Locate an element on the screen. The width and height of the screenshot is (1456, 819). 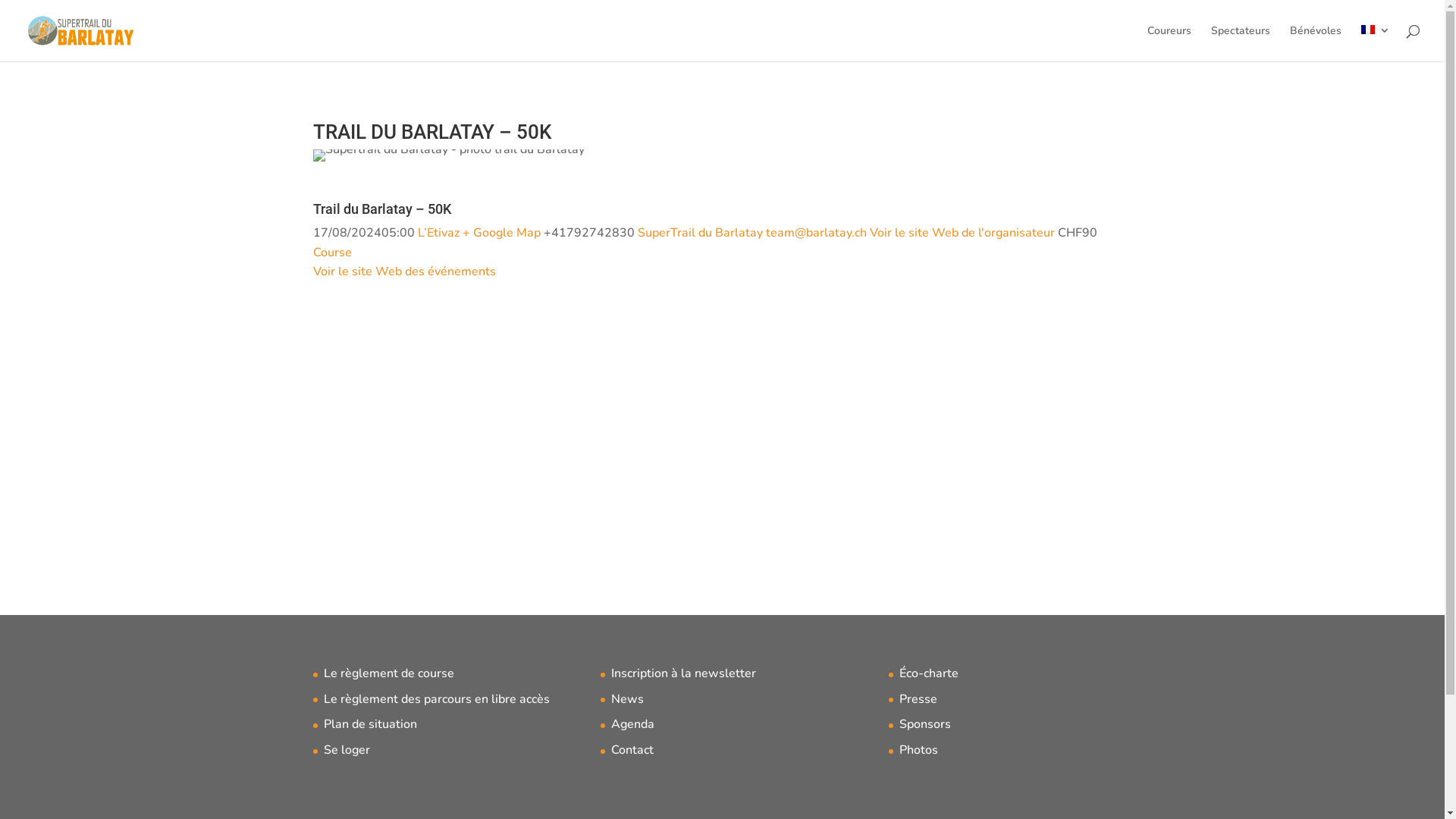
'Plan de situation' is located at coordinates (369, 723).